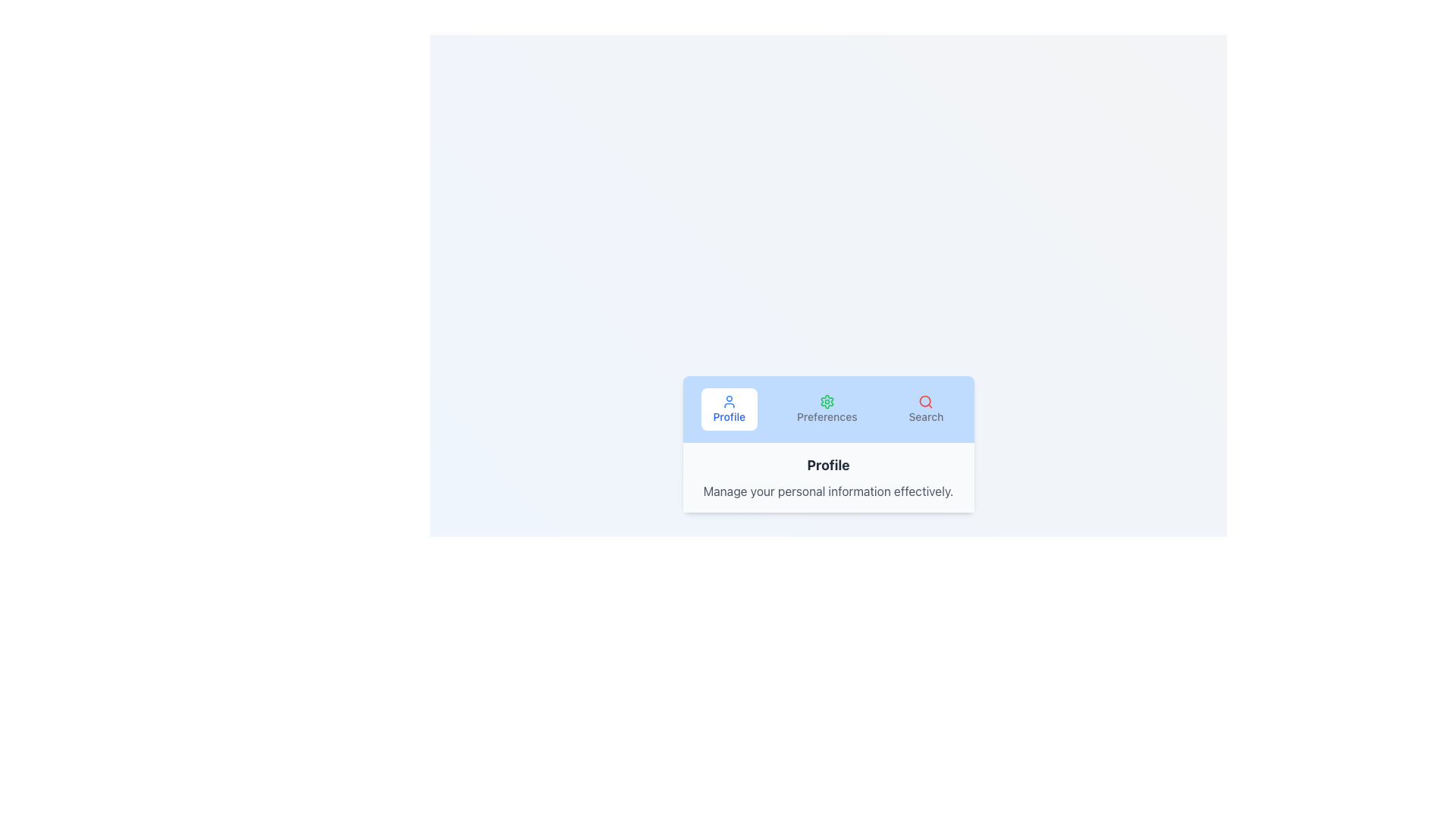  Describe the element at coordinates (827, 491) in the screenshot. I see `the text label displaying 'Manage your personal information effectively.' located below the 'Profile' heading` at that location.